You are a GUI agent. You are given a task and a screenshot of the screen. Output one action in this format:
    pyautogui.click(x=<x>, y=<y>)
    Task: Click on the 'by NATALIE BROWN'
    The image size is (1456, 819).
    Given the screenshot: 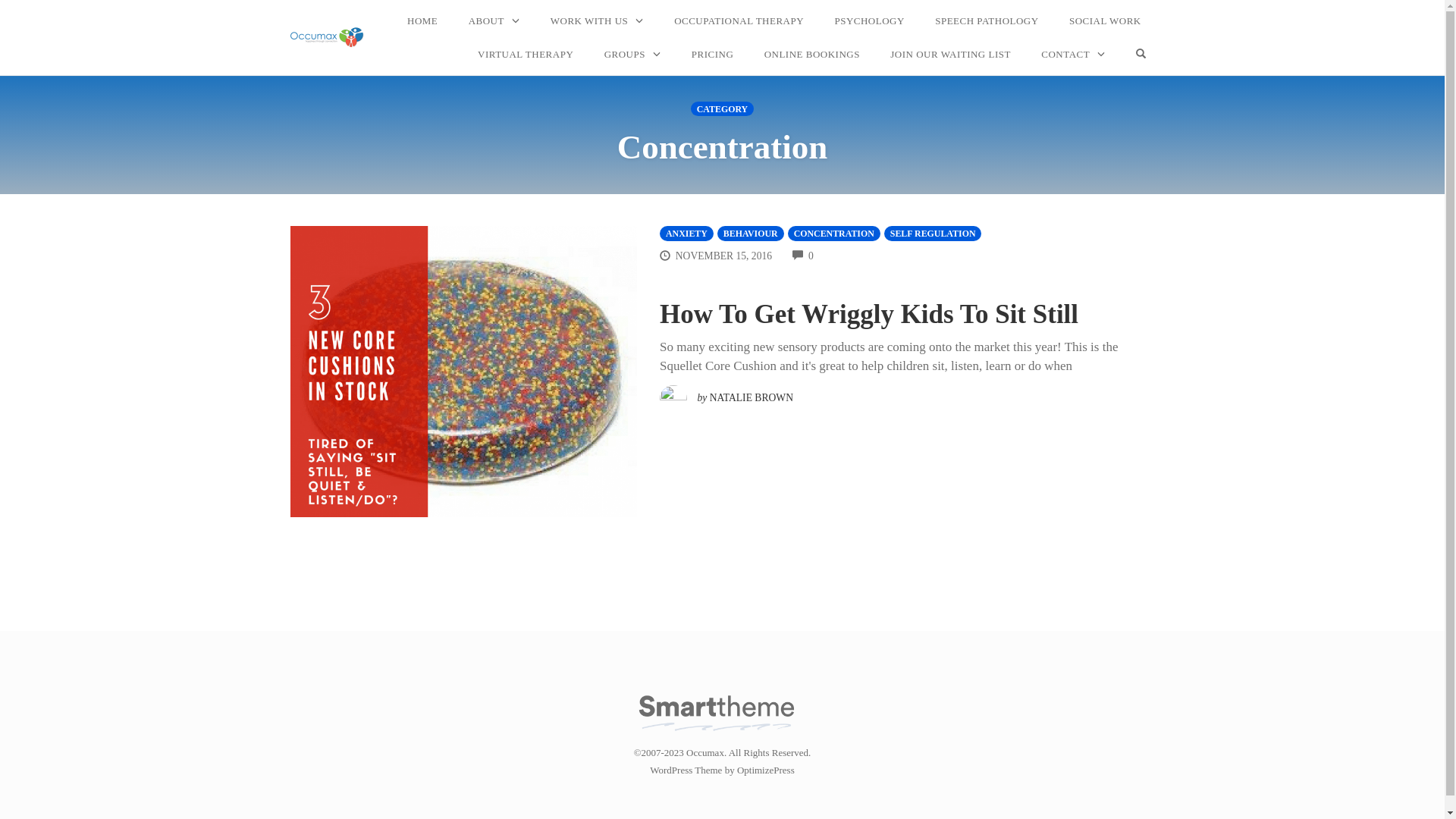 What is the action you would take?
    pyautogui.click(x=726, y=393)
    